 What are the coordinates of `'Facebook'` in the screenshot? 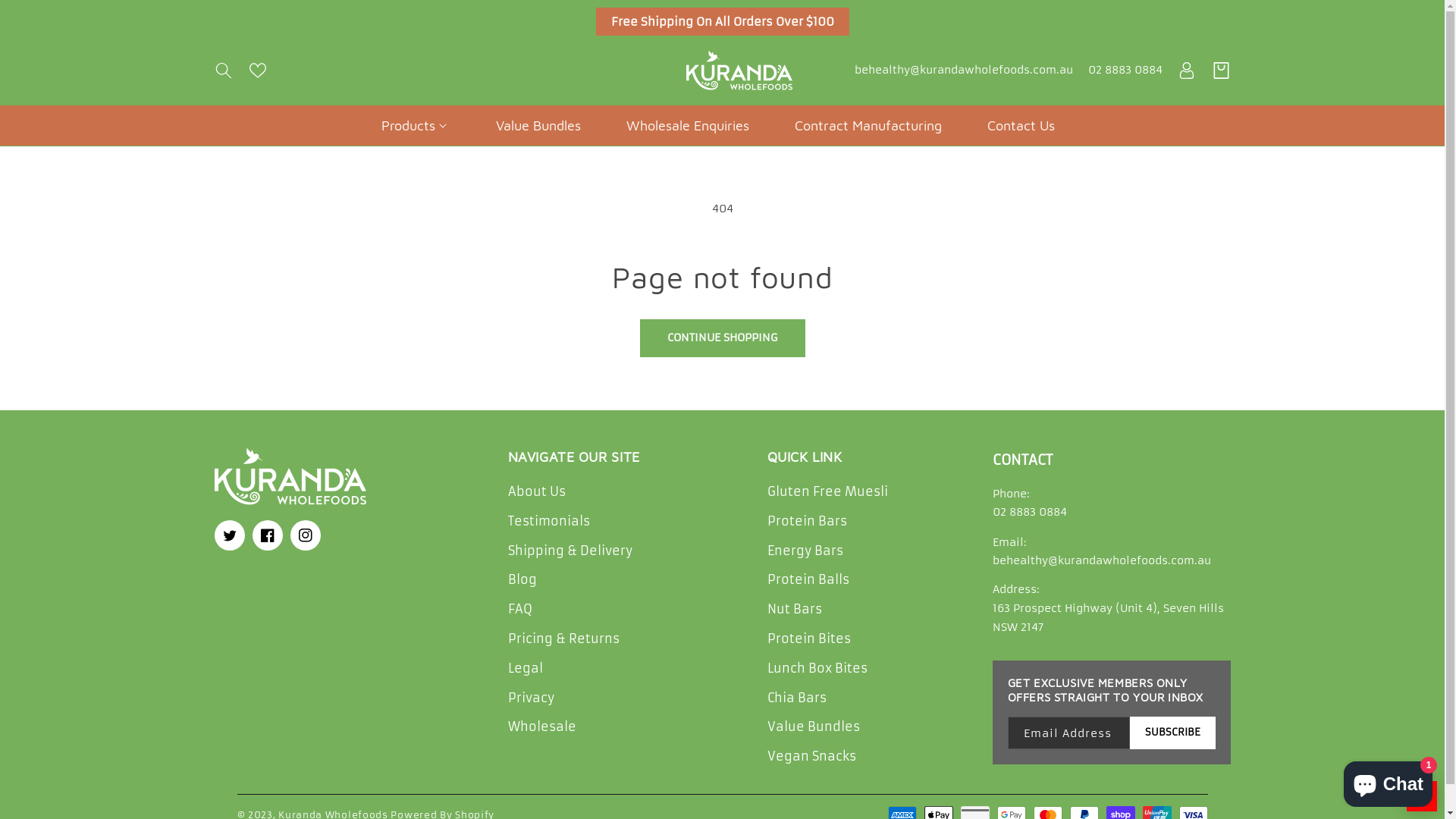 It's located at (266, 534).